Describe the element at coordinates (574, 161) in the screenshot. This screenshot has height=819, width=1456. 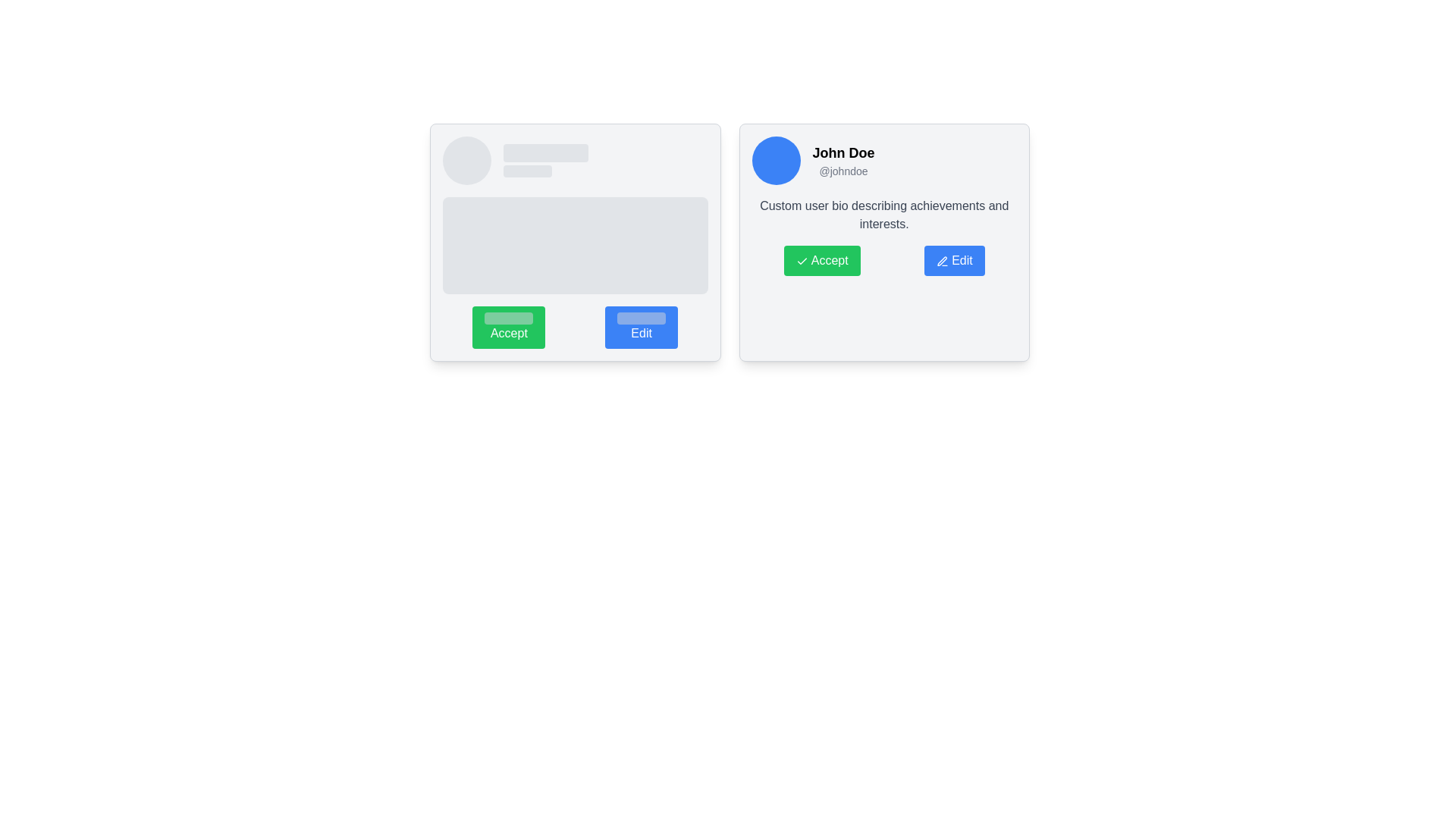
I see `the Placeholder component located at the top portion of a card-like structure, which serves as a visual placeholder for content such as a profile image and name` at that location.